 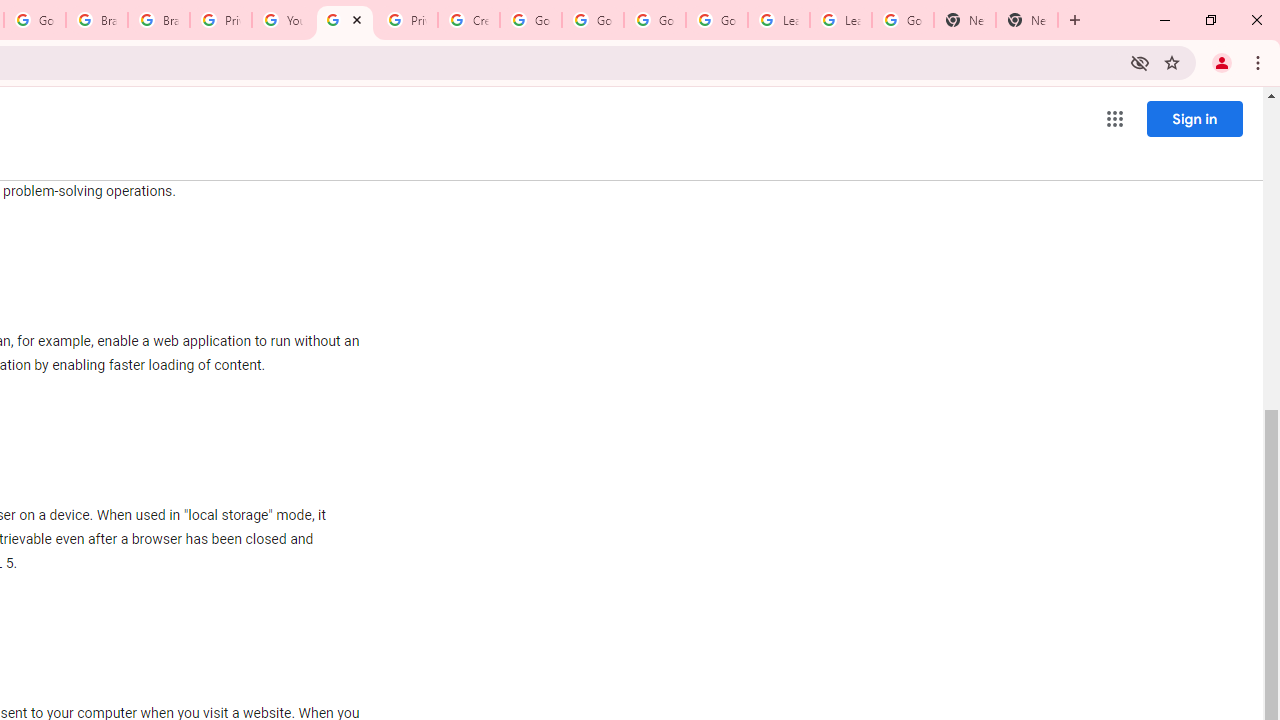 I want to click on 'YouTube', so click(x=281, y=20).